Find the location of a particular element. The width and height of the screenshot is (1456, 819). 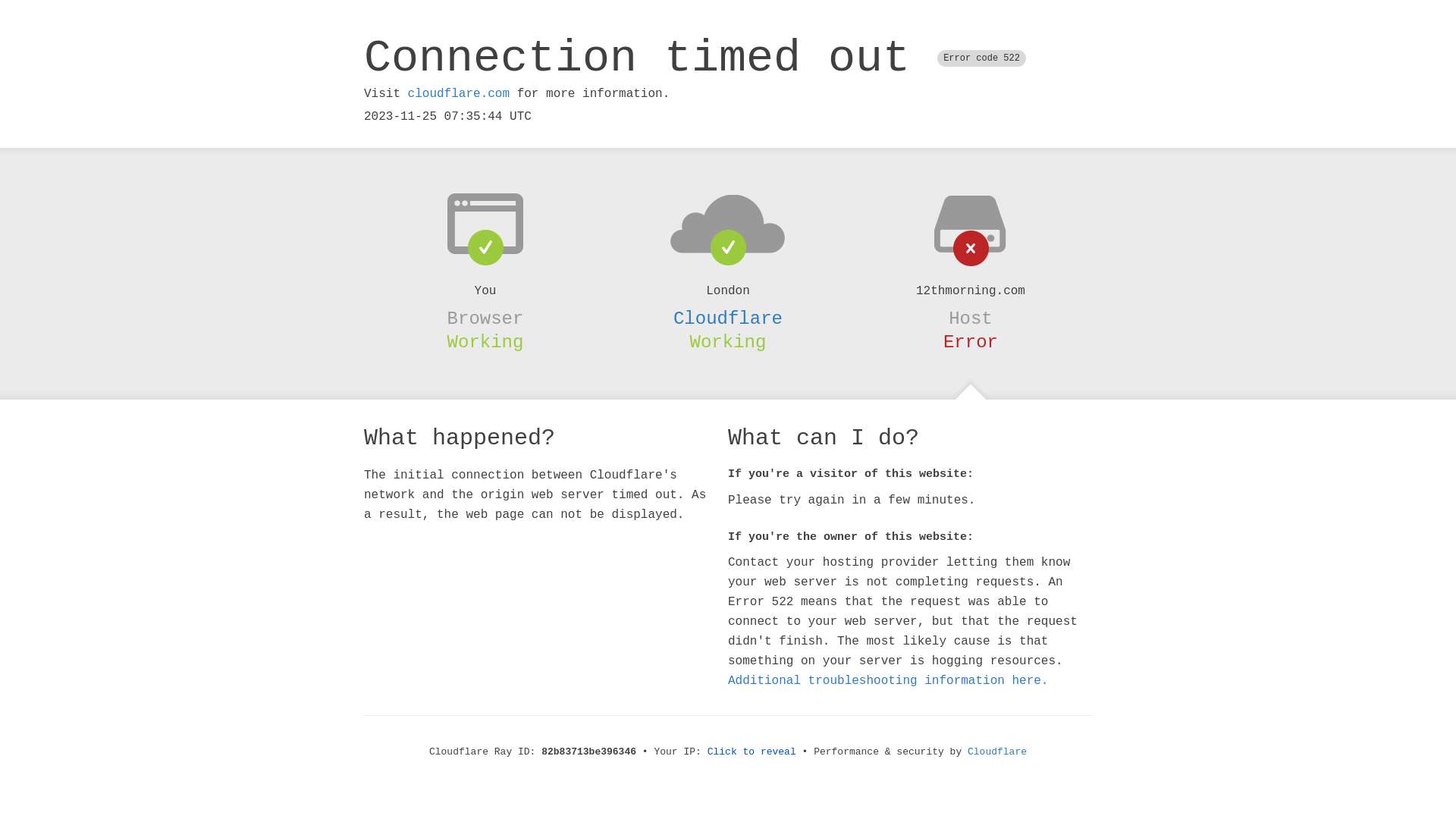

'Click to reveal' is located at coordinates (706, 752).